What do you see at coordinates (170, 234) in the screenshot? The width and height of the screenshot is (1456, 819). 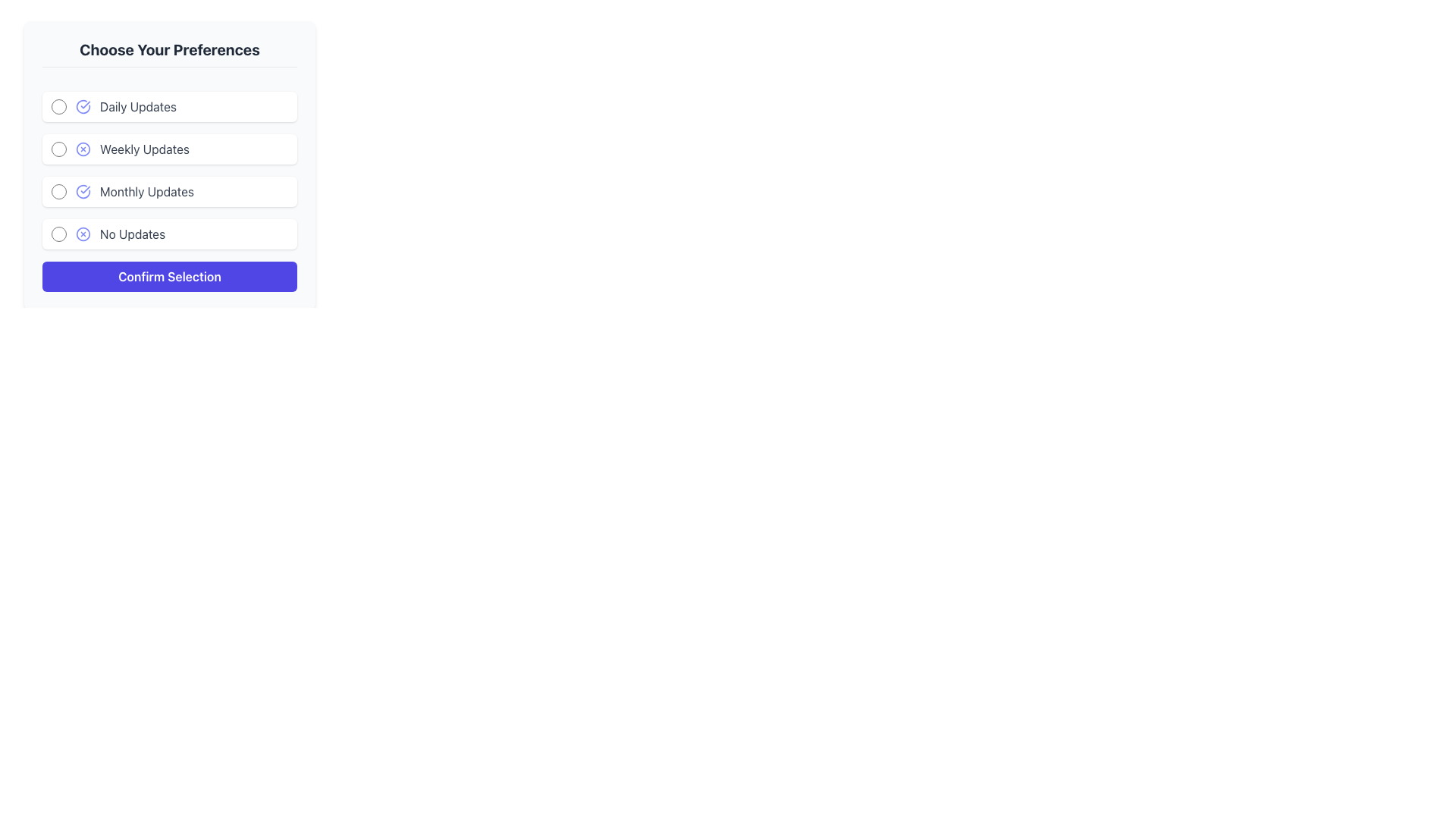 I see `the 'No Updates' radio button option in the 'Choose Your Preferences' list` at bounding box center [170, 234].